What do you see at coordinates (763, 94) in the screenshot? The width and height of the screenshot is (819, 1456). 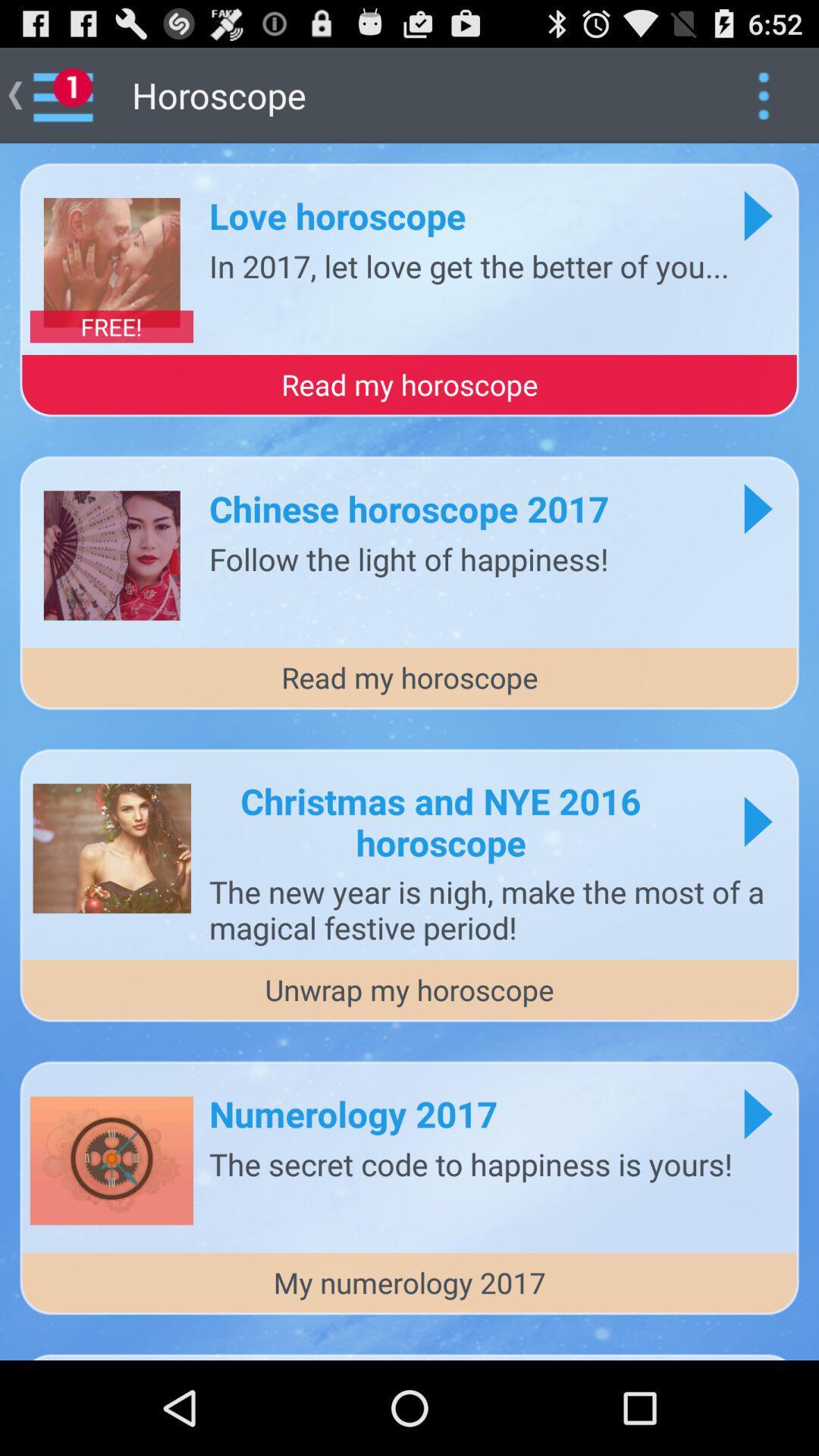 I see `the button which is next to the horoscope` at bounding box center [763, 94].